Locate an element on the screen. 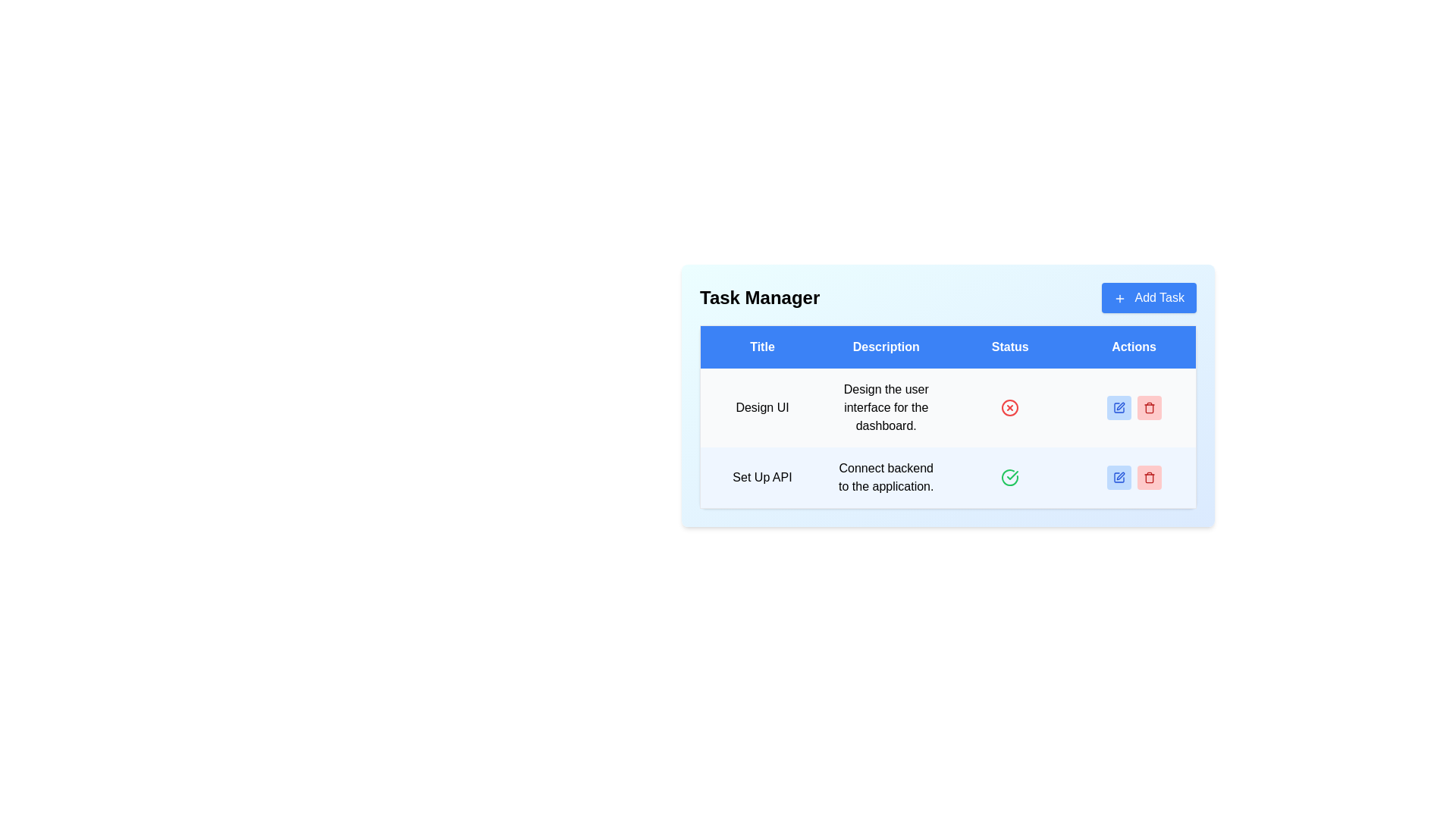  the Text Label that serves as a title for a task item in the task management interface, located in the first row under the 'Title' column of the table is located at coordinates (762, 406).